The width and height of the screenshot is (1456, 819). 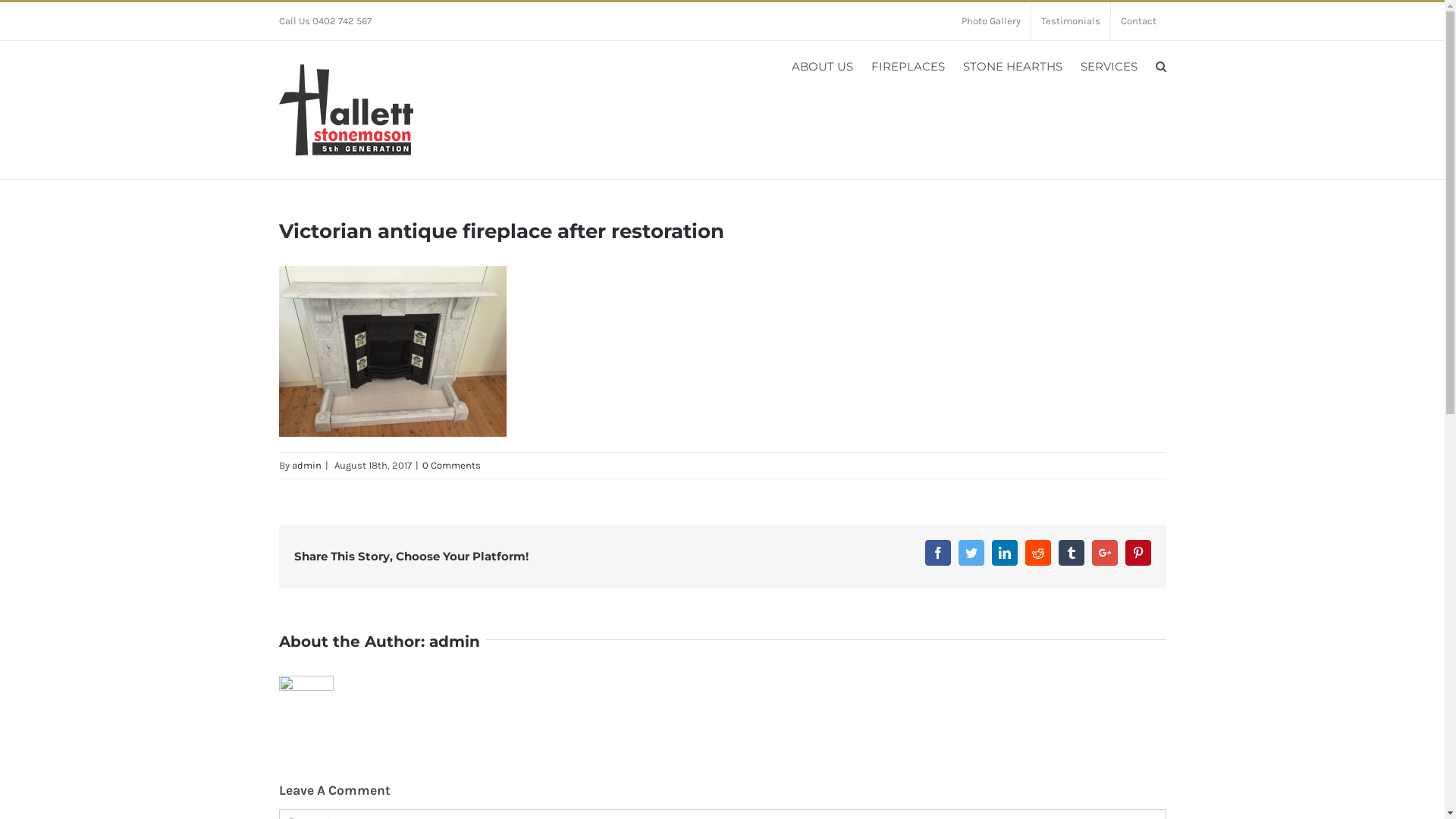 I want to click on 'Pinterest', so click(x=1138, y=553).